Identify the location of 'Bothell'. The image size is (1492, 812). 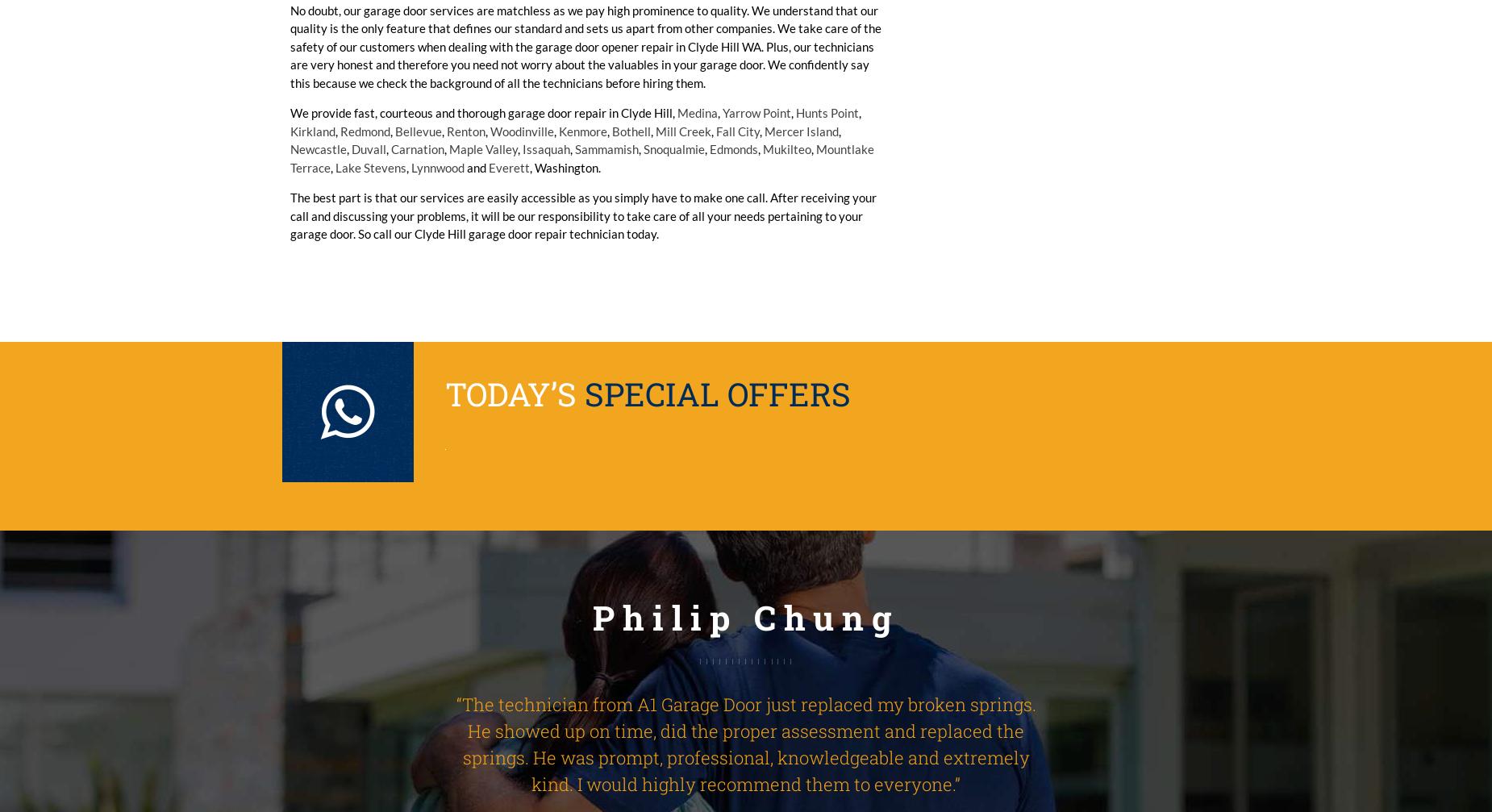
(631, 131).